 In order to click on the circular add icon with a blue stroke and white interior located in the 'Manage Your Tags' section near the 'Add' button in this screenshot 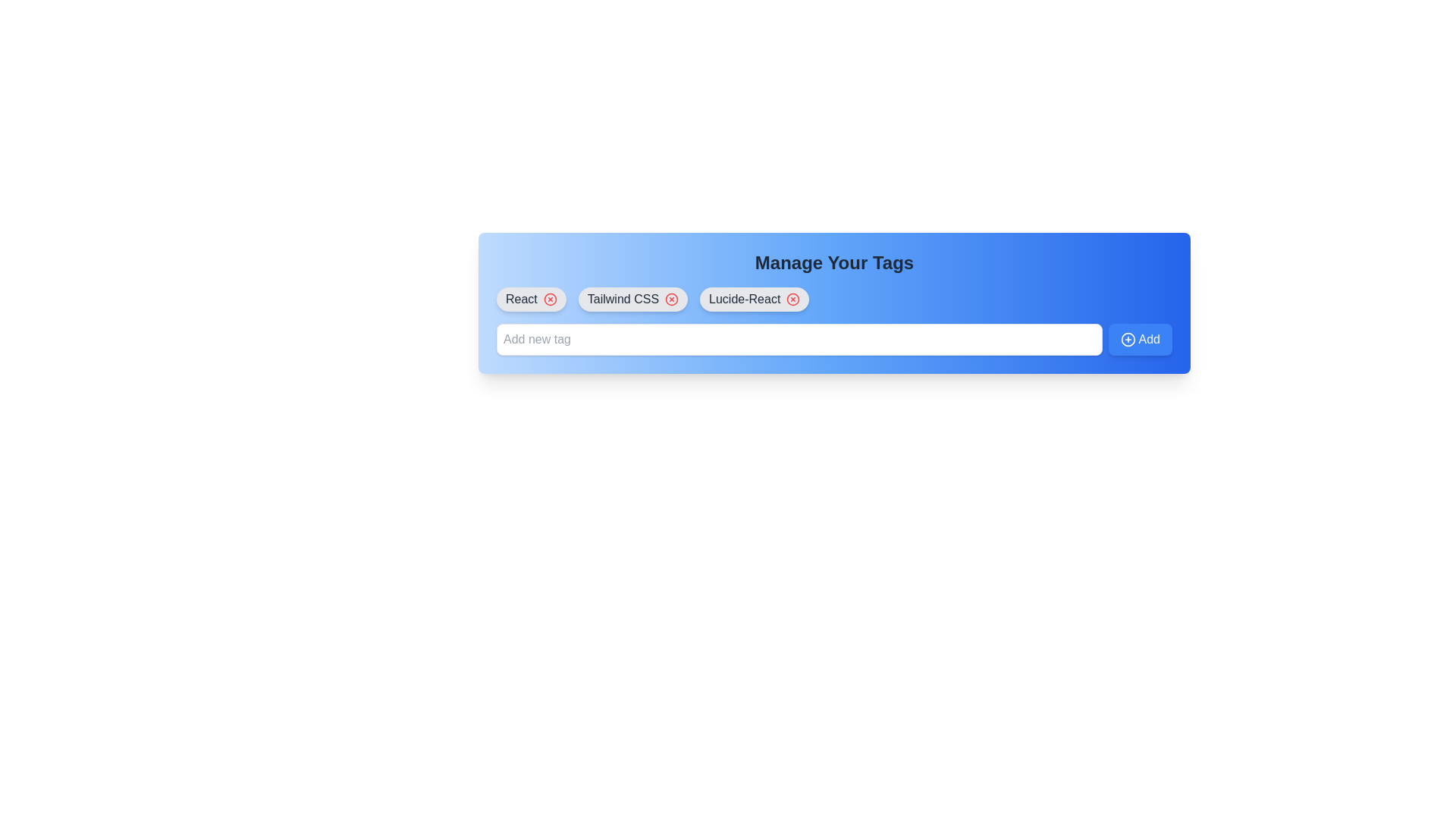, I will do `click(1128, 338)`.